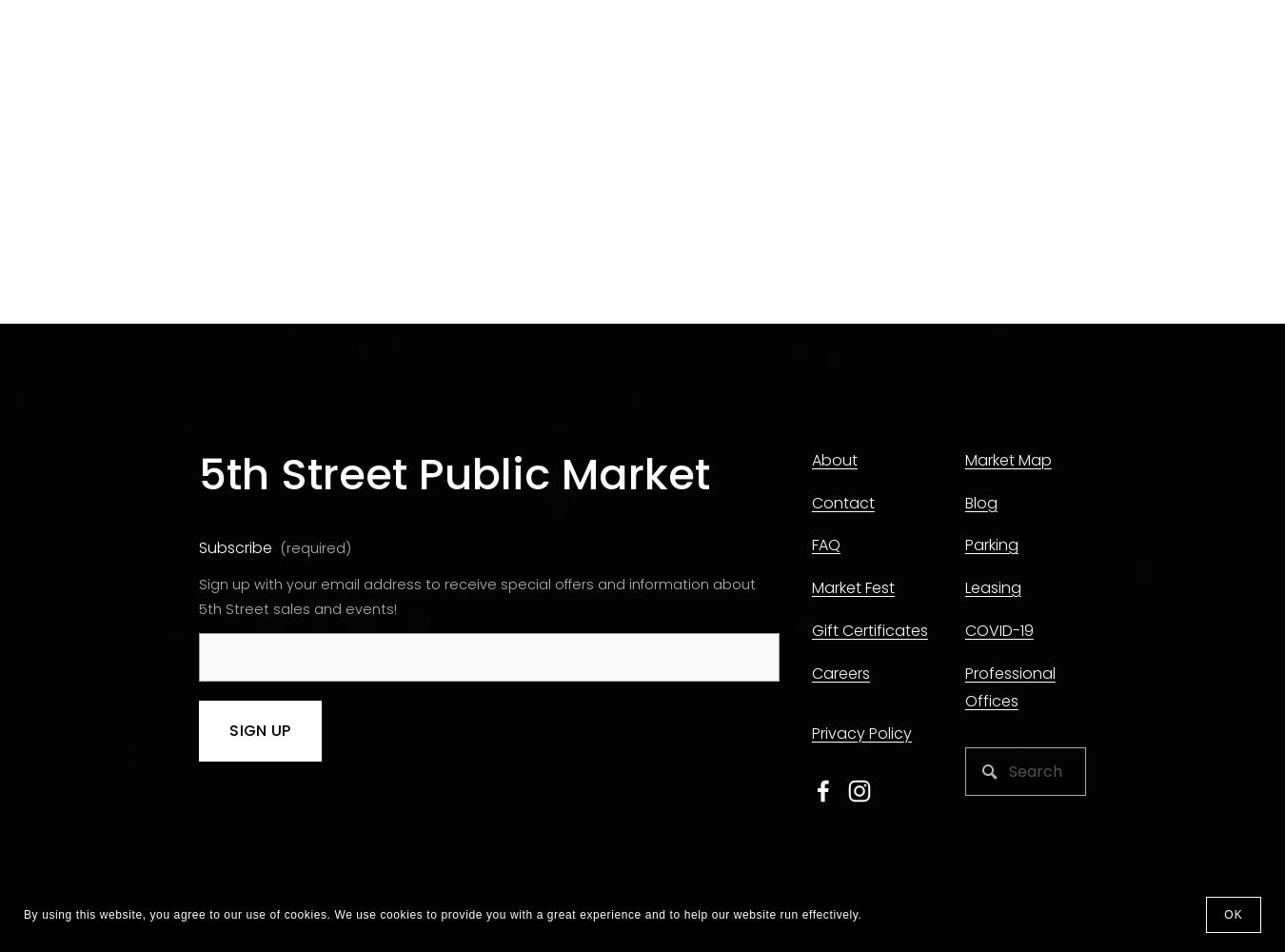 The width and height of the screenshot is (1285, 952). Describe the element at coordinates (852, 586) in the screenshot. I see `'Market Fest'` at that location.